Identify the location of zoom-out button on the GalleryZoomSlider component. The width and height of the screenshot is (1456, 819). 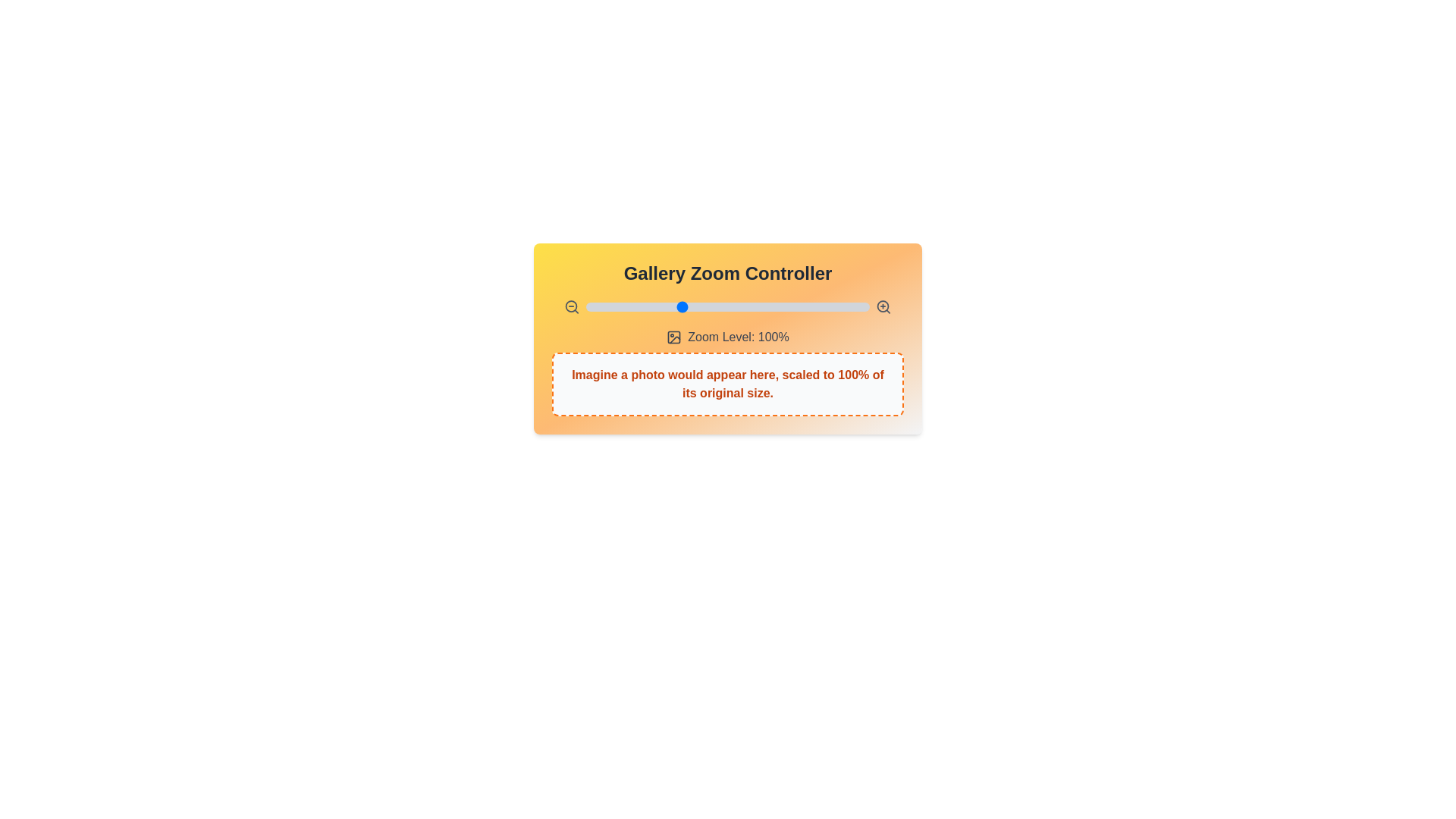
(570, 307).